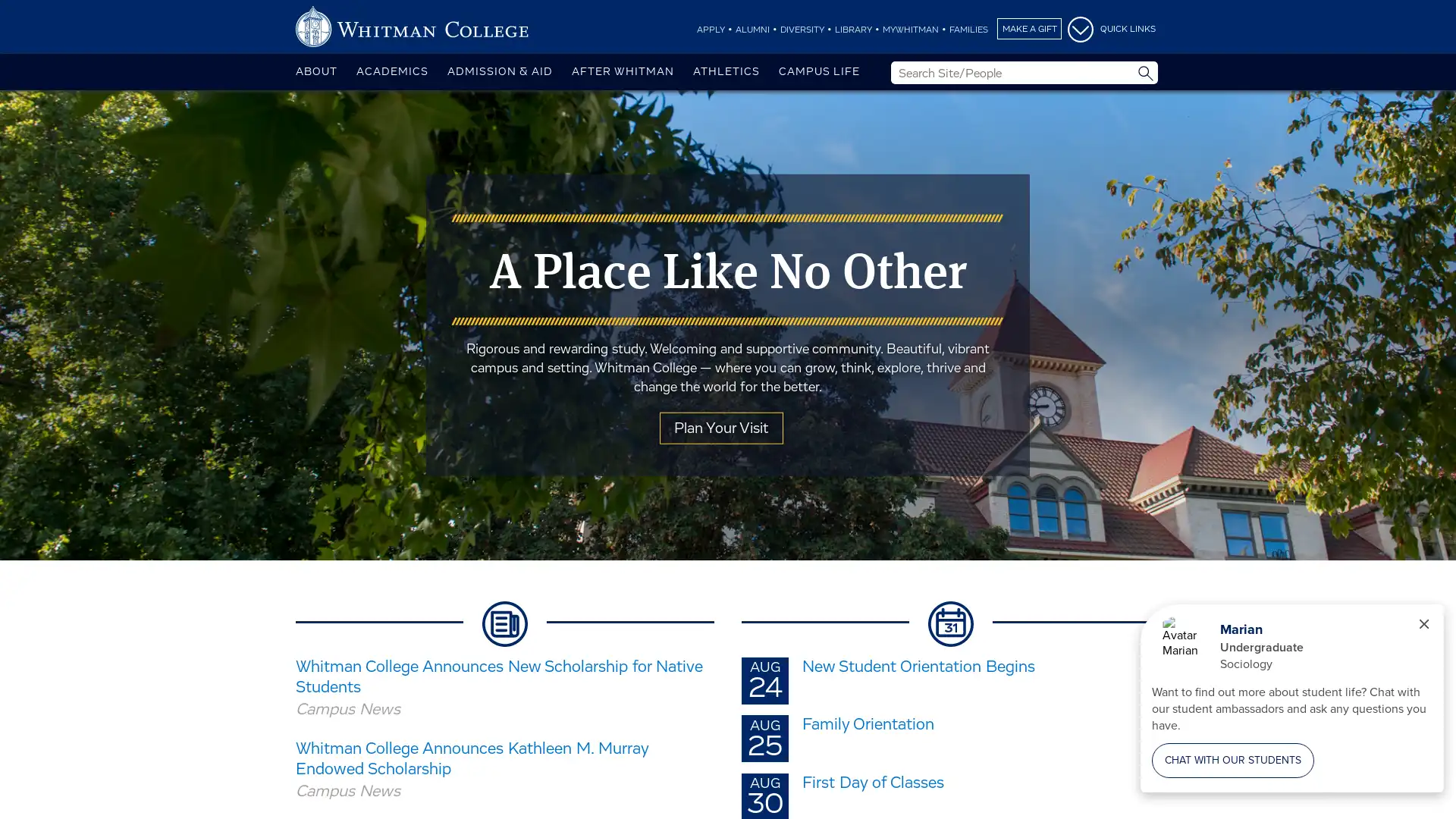 This screenshot has width=1456, height=819. Describe the element at coordinates (1153, 72) in the screenshot. I see `Site` at that location.